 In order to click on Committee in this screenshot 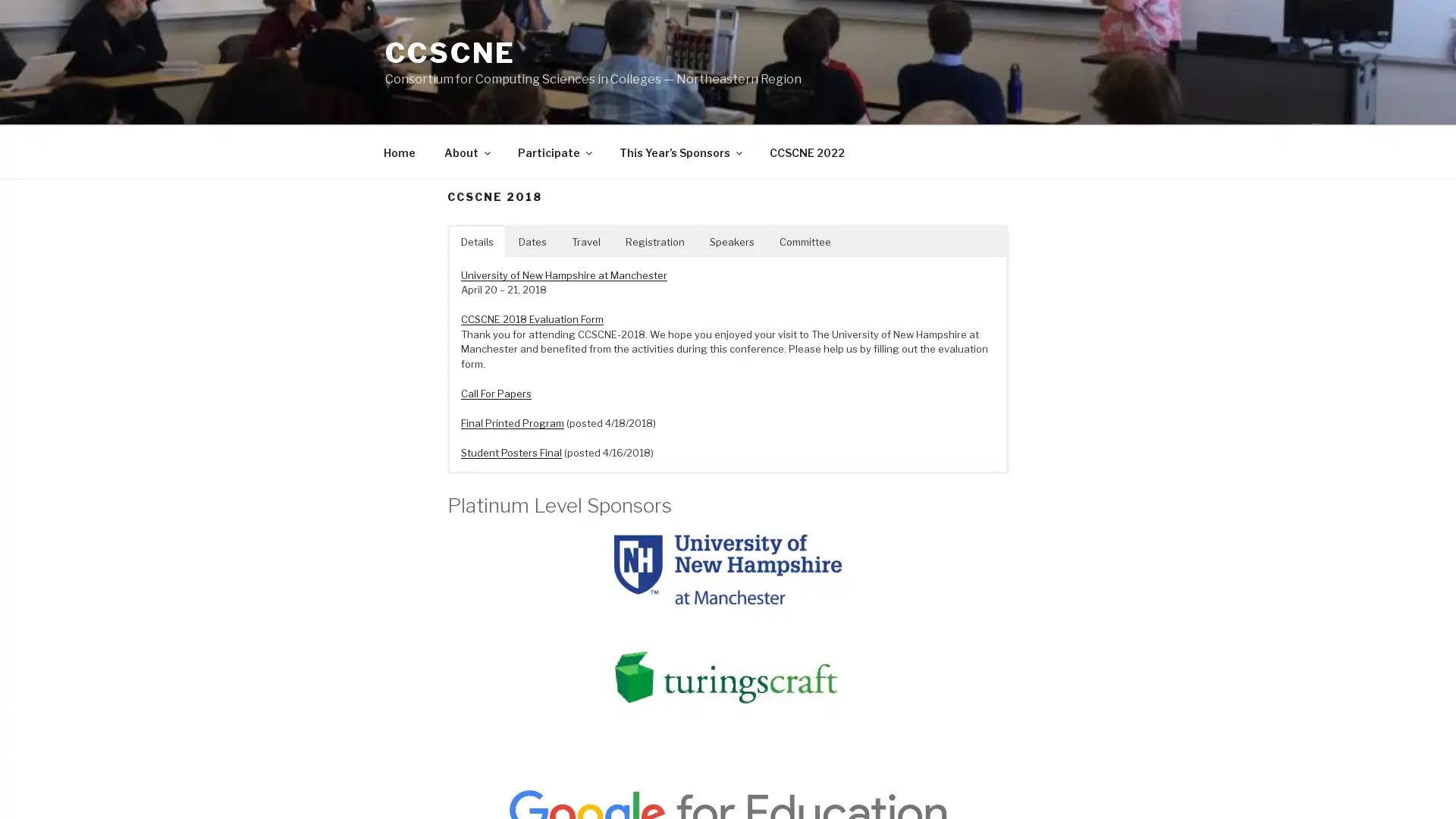, I will do `click(804, 240)`.